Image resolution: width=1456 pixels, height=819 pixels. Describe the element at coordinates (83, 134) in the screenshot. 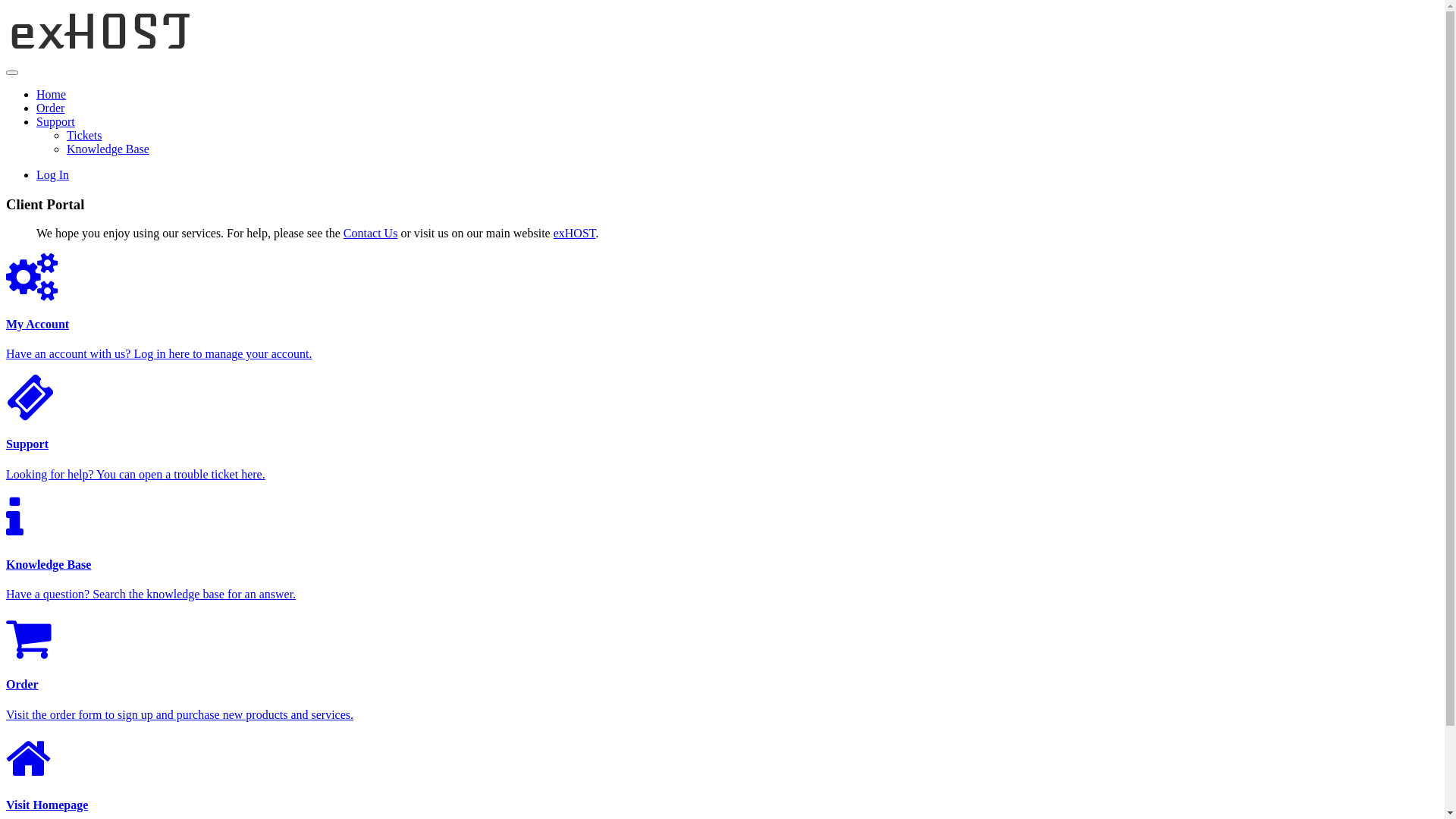

I see `'Tickets'` at that location.